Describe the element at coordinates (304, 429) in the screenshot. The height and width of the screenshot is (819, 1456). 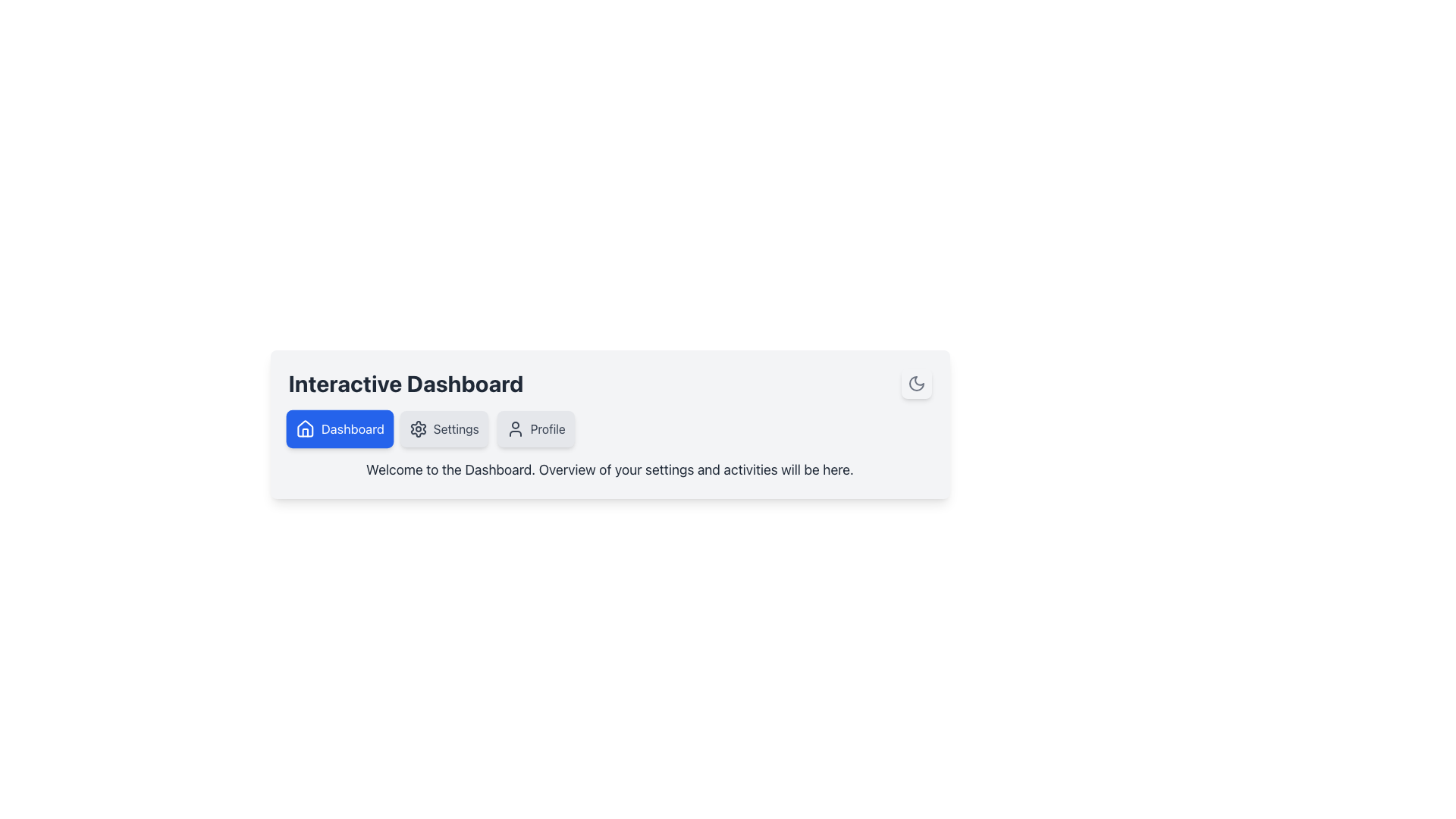
I see `the 'Dashboard' icon located on the leftmost side of the blue button with white text` at that location.